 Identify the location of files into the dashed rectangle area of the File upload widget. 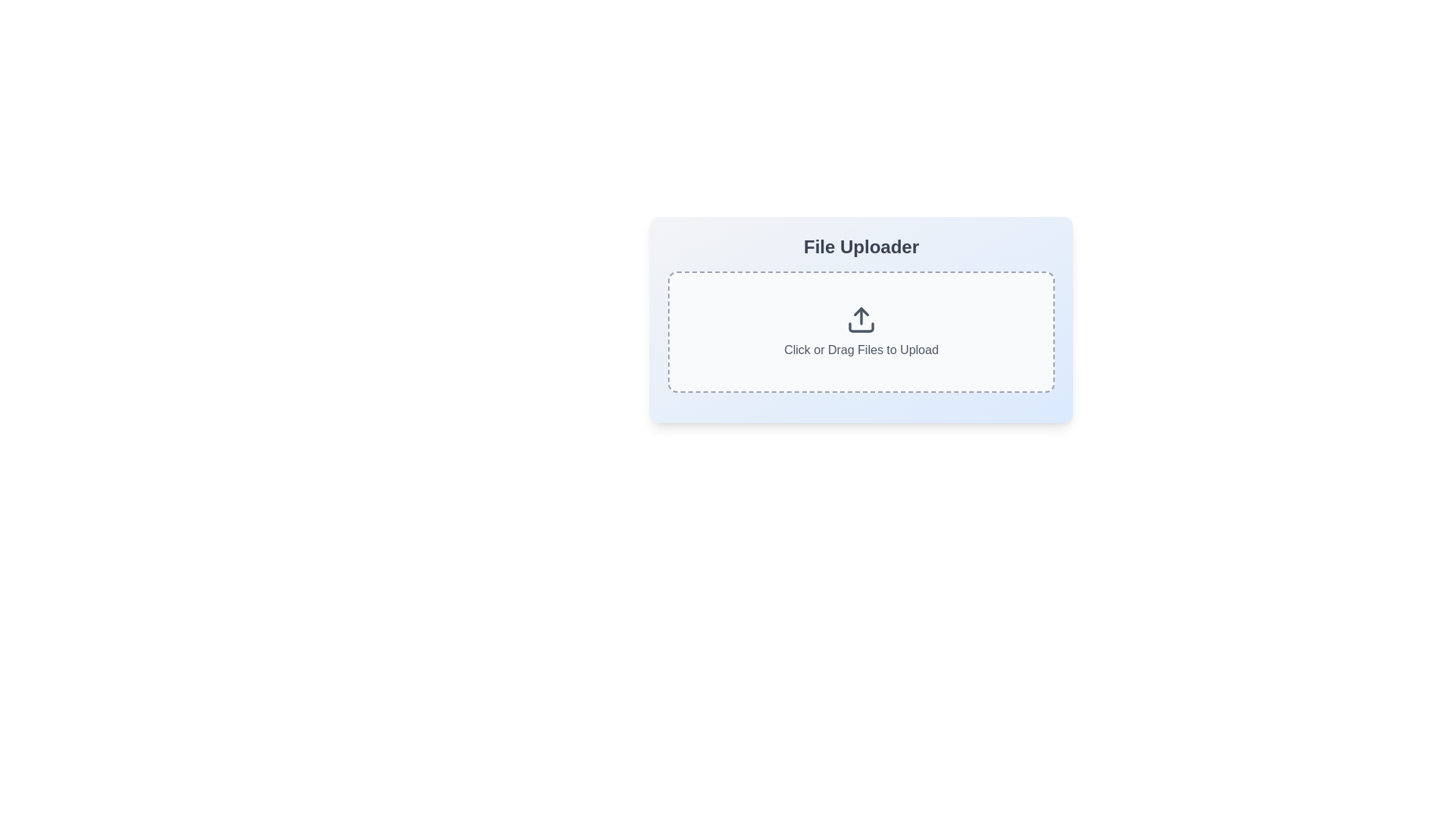
(861, 318).